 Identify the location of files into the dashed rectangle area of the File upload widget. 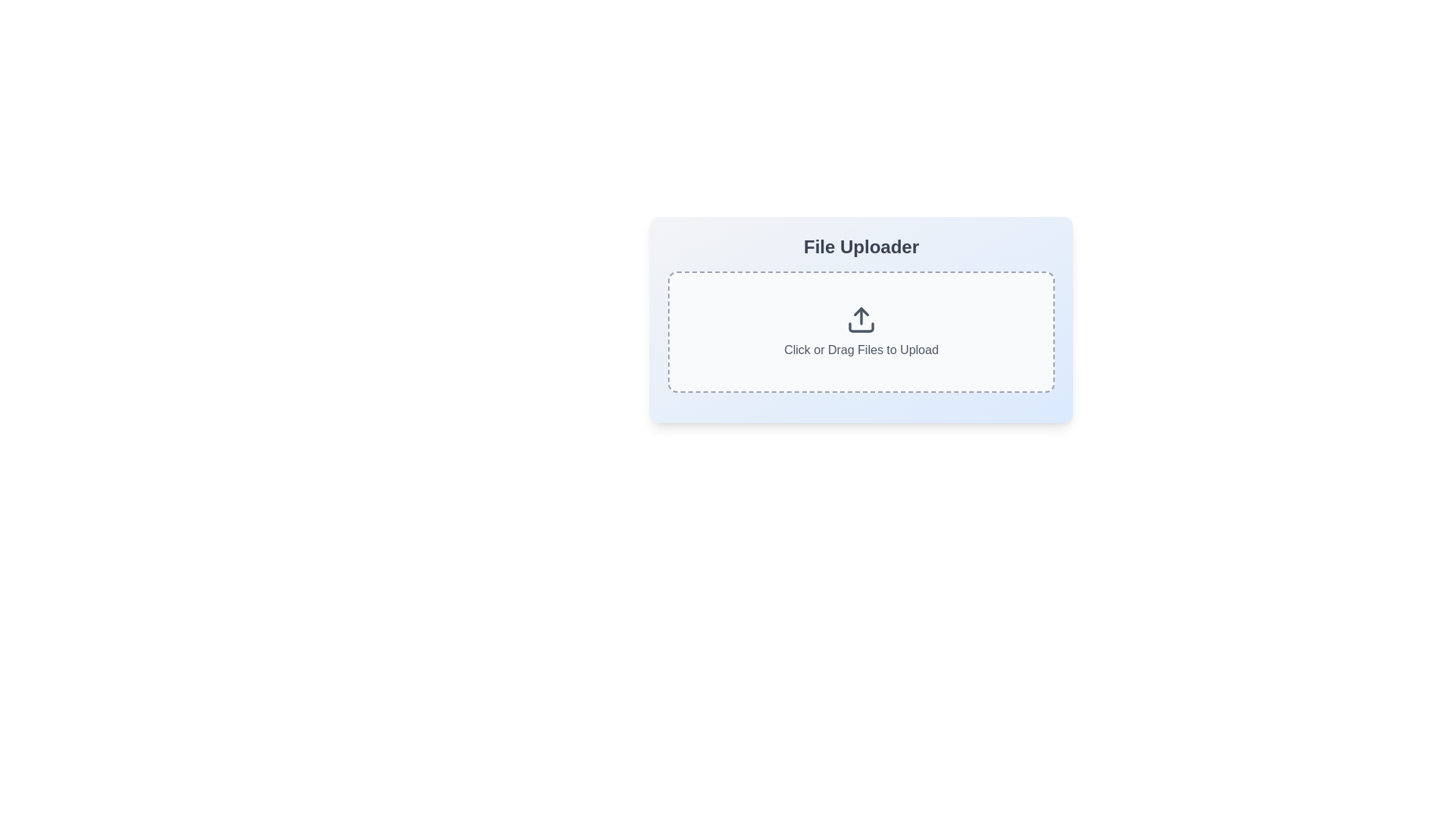
(861, 318).